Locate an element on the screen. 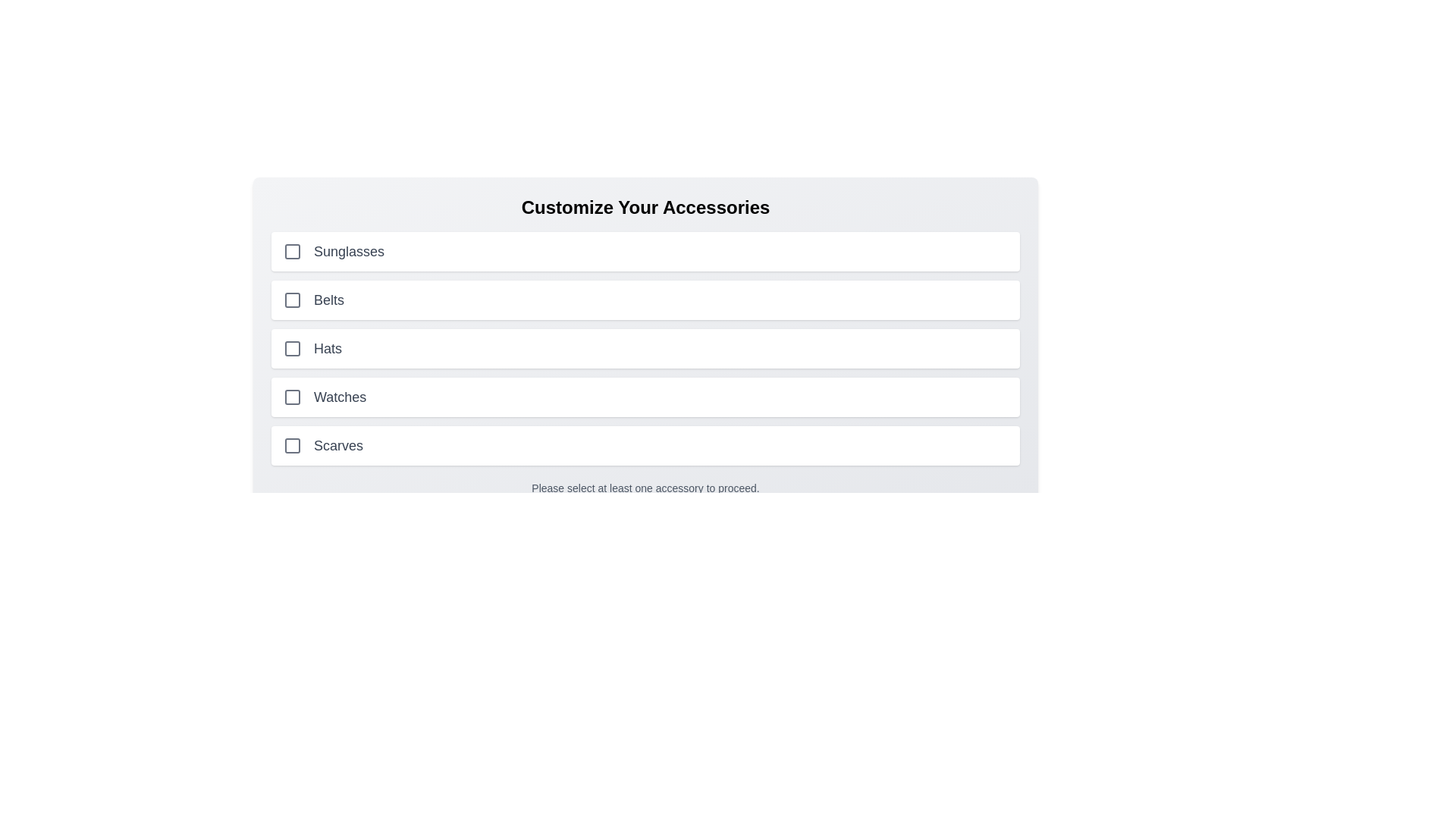 The height and width of the screenshot is (819, 1456). the checkbox next to the 'Hats' option, which is a small square icon with rounded corners is located at coordinates (292, 348).